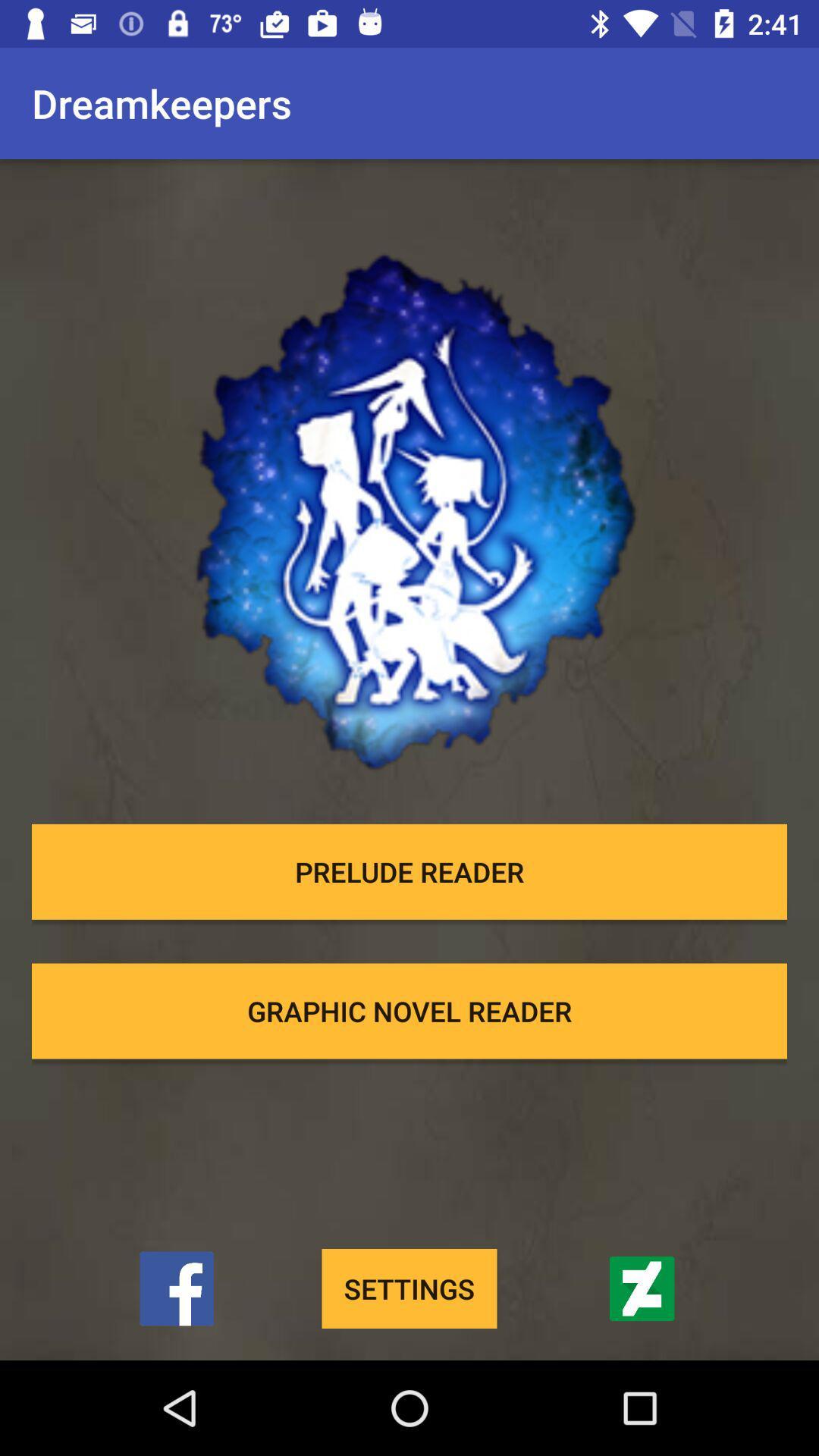 Image resolution: width=819 pixels, height=1456 pixels. I want to click on prelude reader item, so click(409, 871).